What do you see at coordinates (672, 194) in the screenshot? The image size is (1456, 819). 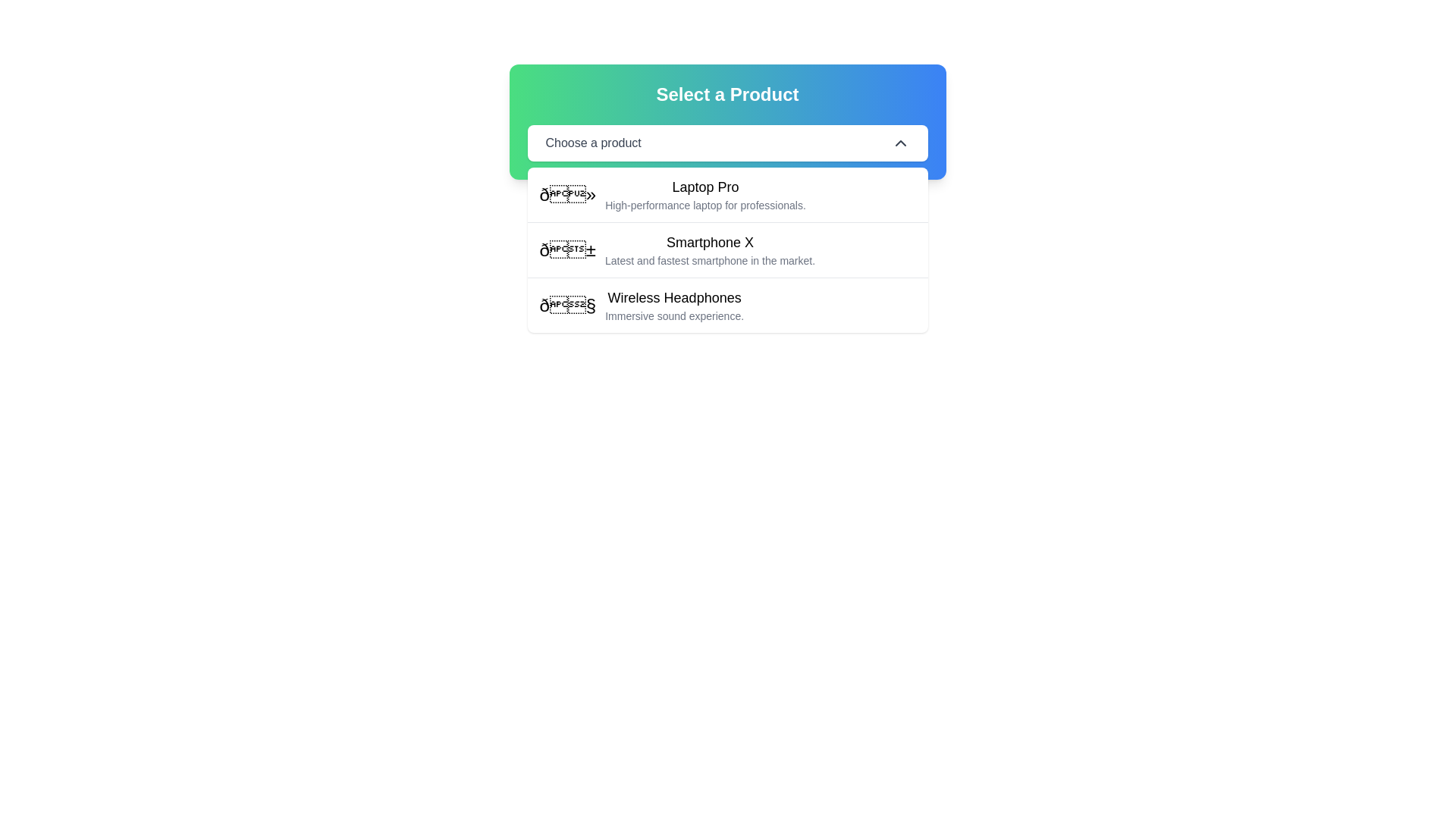 I see `the first product option 'Laptop Pro' in the dropdown menu` at bounding box center [672, 194].